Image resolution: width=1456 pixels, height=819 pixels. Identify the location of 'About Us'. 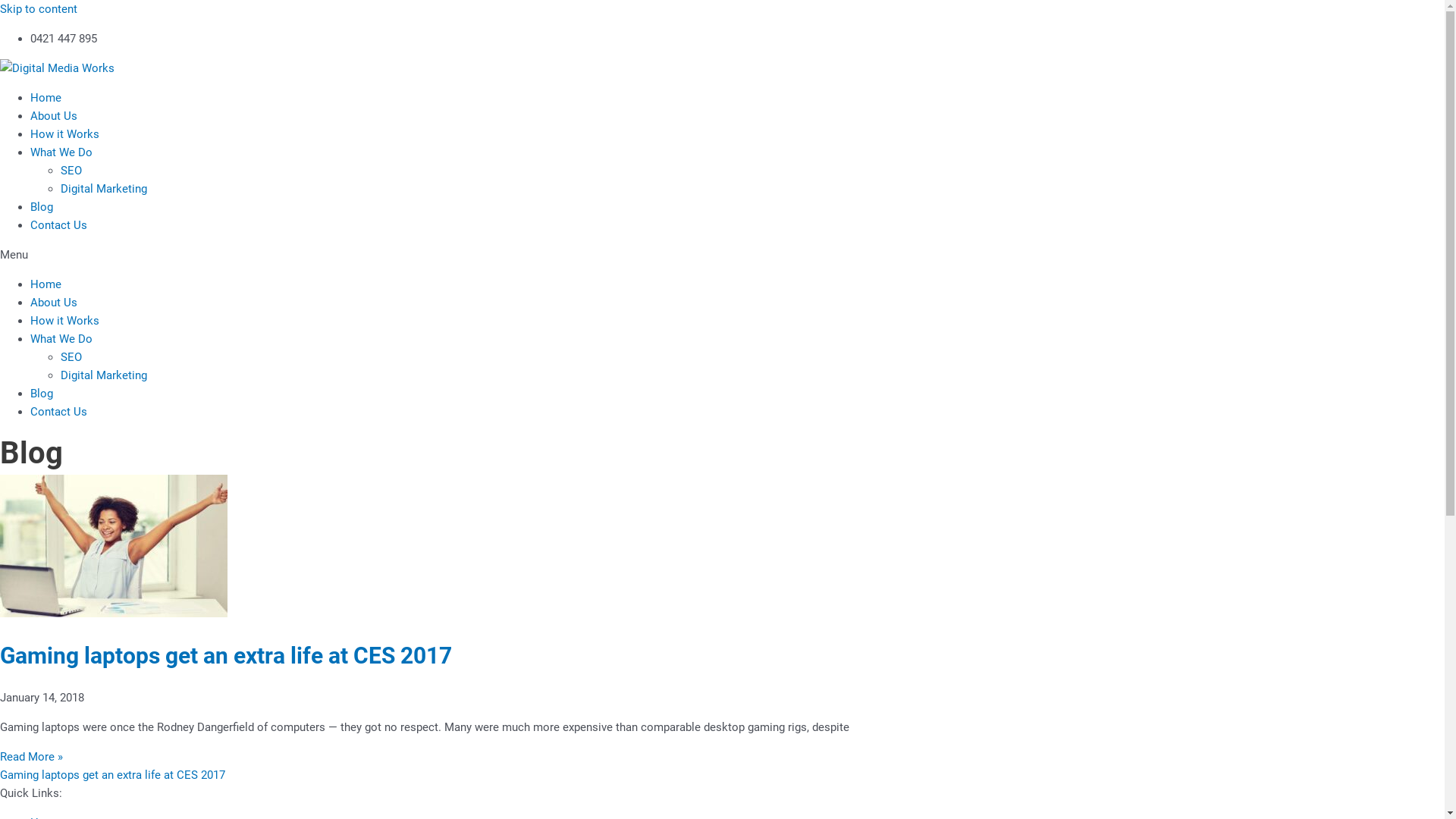
(54, 302).